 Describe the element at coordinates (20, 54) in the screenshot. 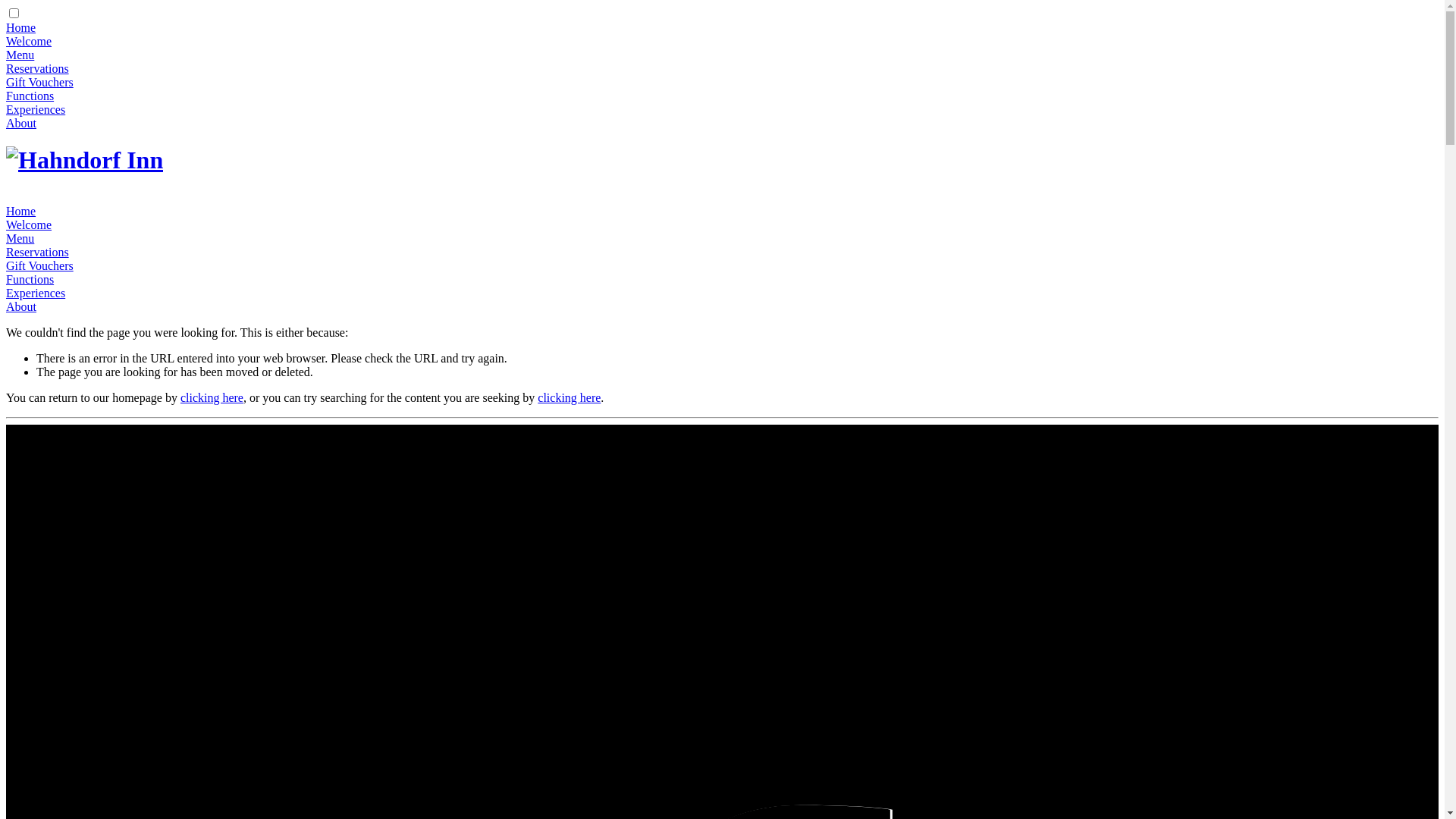

I see `'Menu'` at that location.